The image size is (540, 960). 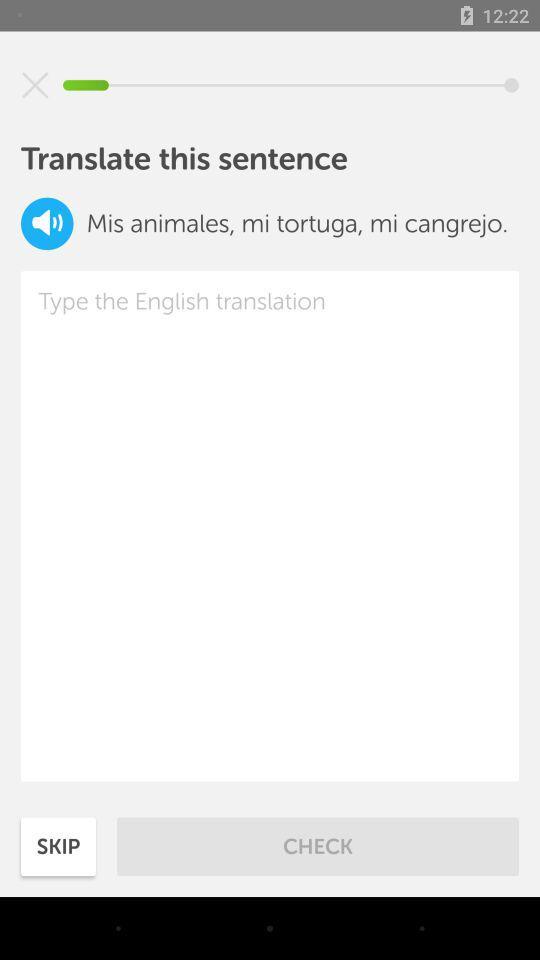 What do you see at coordinates (270, 525) in the screenshot?
I see `type here` at bounding box center [270, 525].